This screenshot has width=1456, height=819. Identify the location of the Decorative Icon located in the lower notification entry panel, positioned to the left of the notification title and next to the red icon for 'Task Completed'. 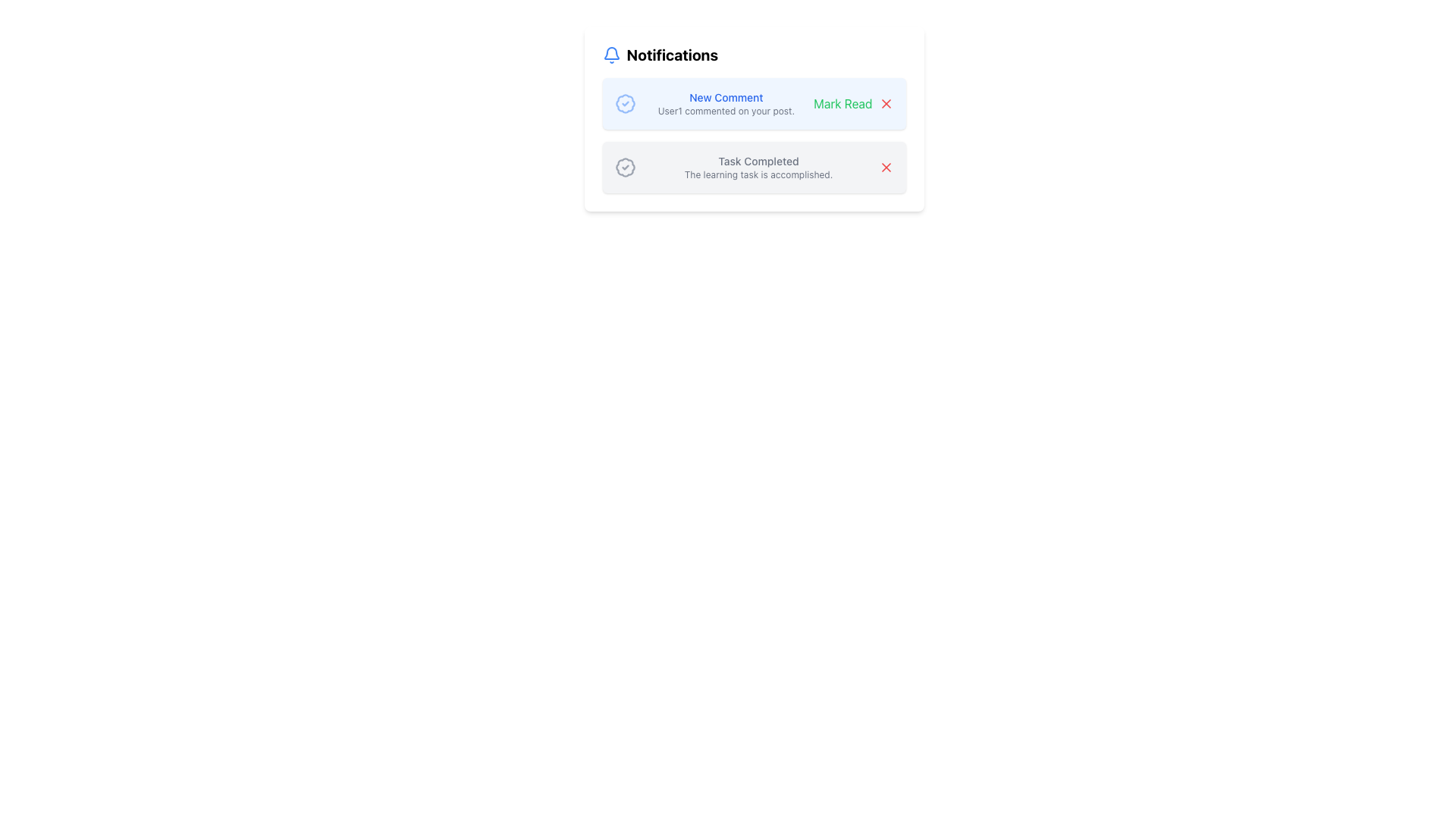
(625, 167).